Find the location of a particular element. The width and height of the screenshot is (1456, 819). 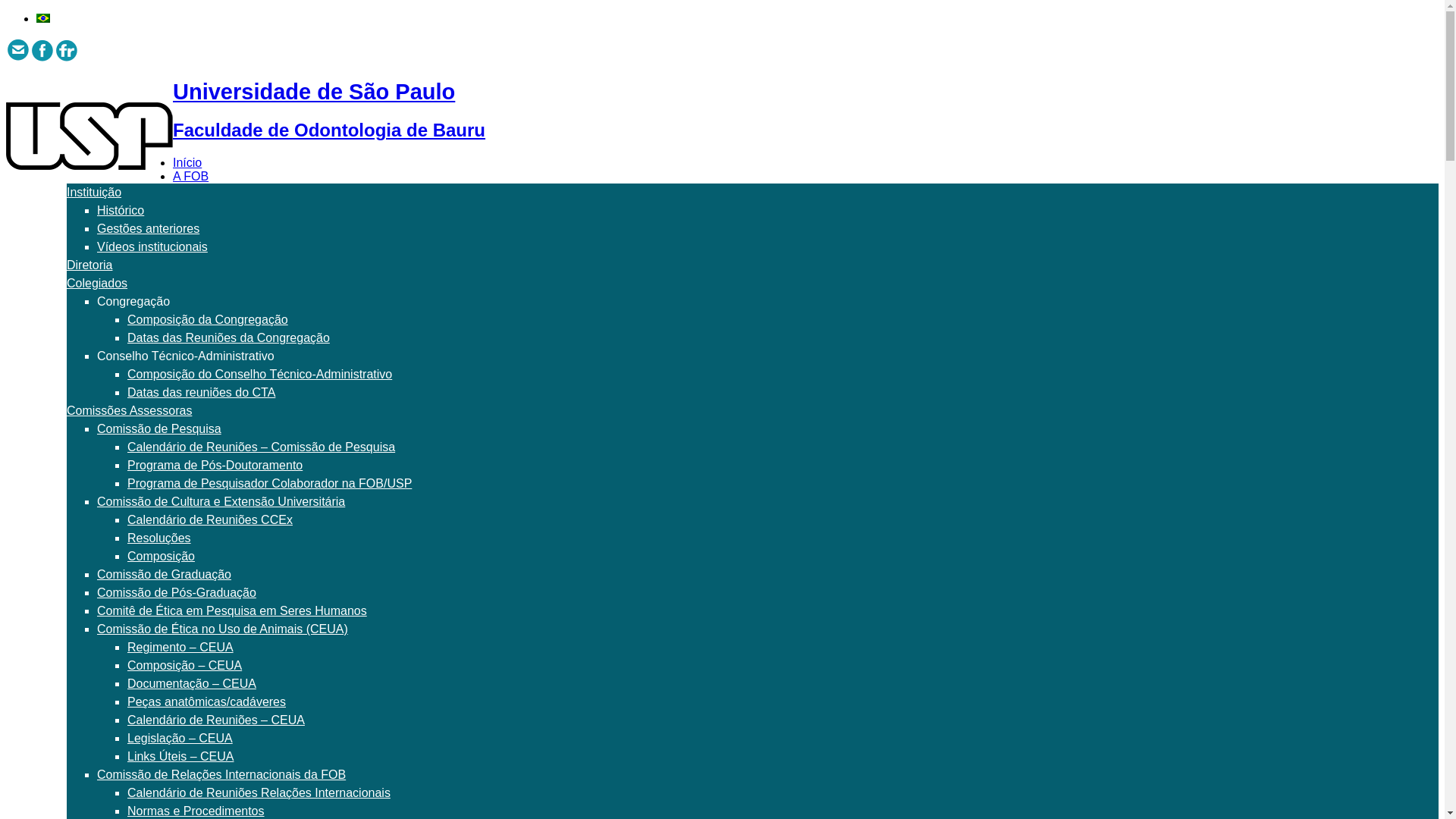

'A FOB' is located at coordinates (190, 175).